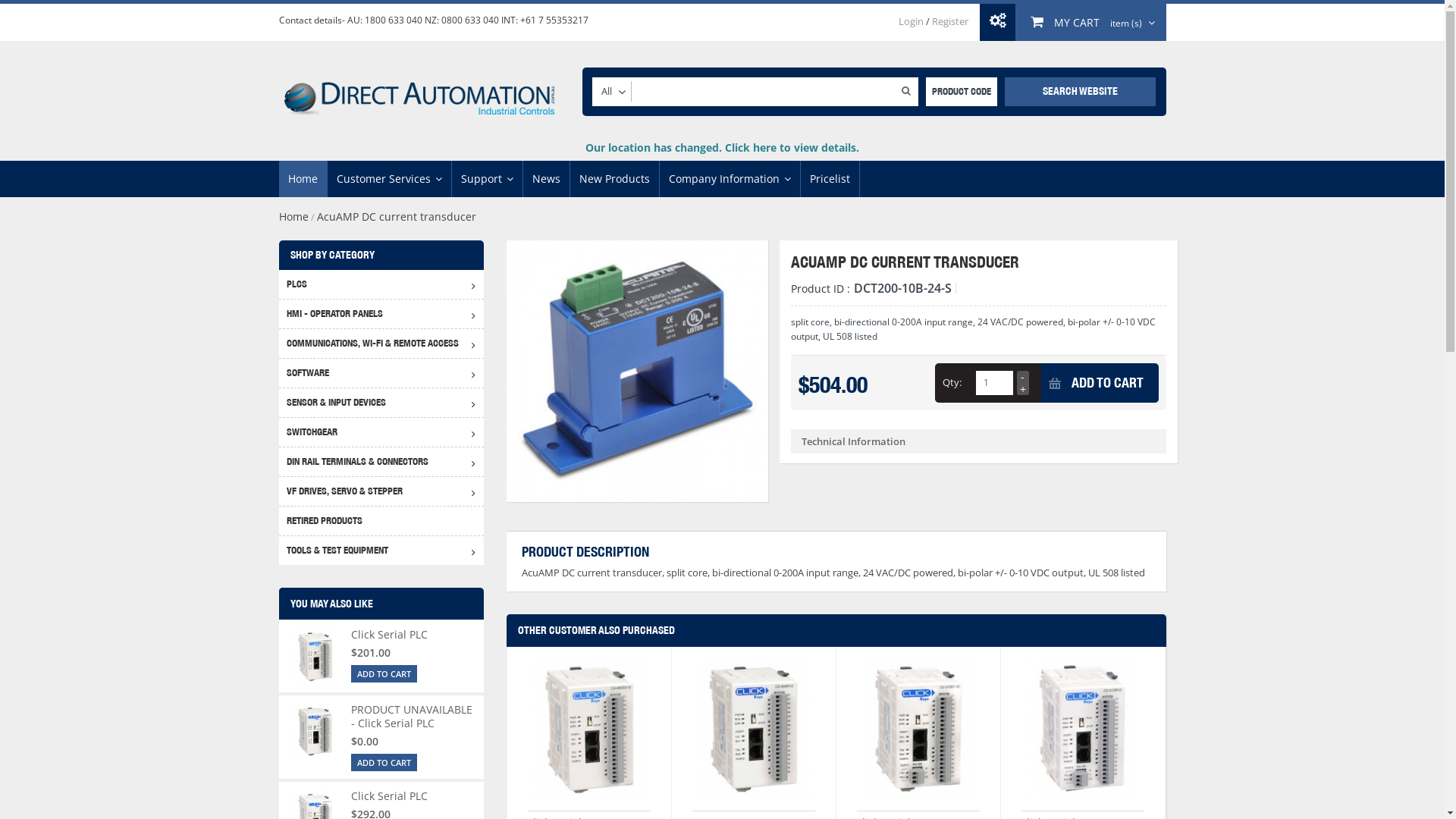 The image size is (1456, 819). Describe the element at coordinates (381, 431) in the screenshot. I see `'SWITCHGEAR'` at that location.